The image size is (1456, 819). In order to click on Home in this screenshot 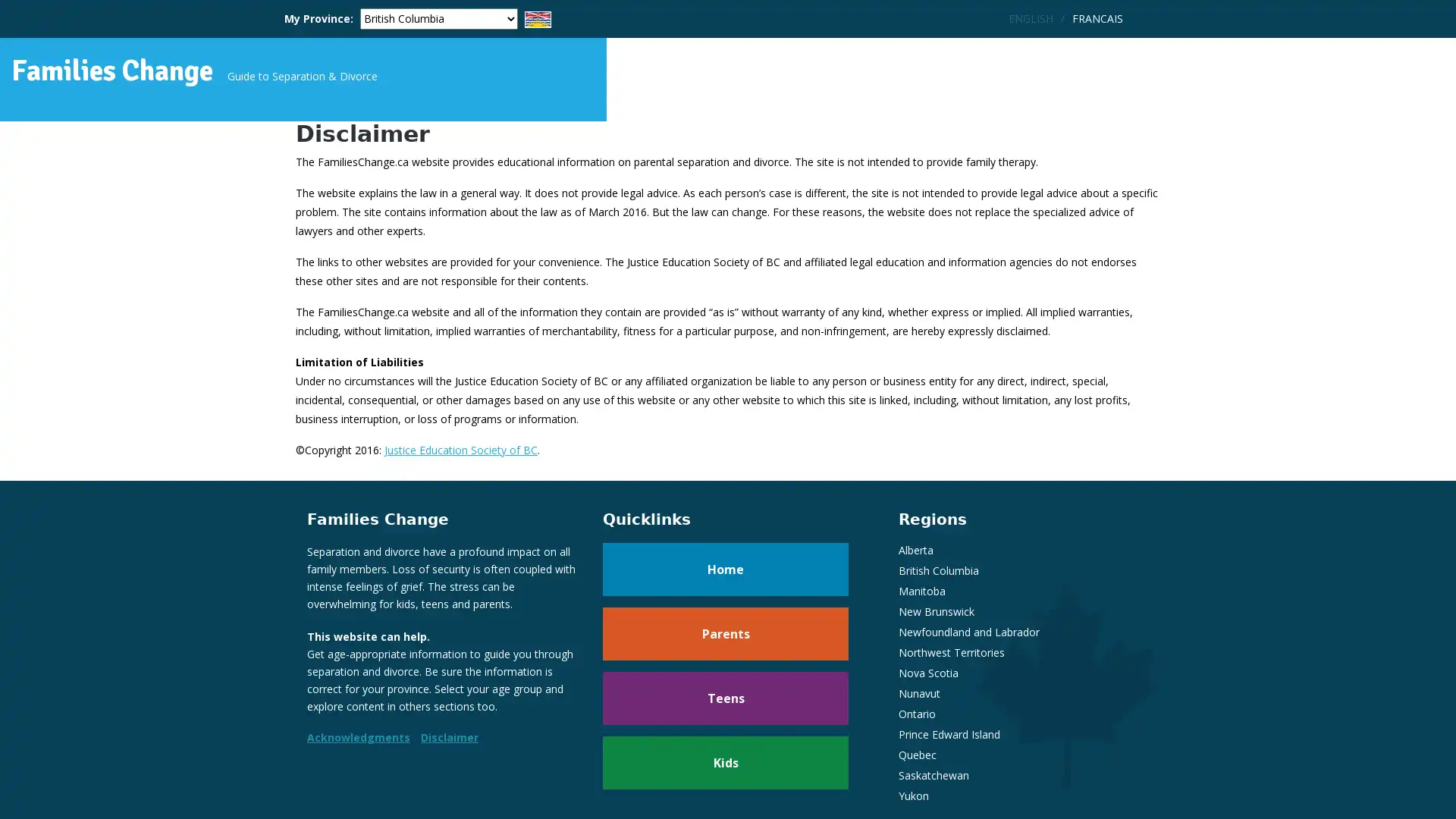, I will do `click(724, 584)`.